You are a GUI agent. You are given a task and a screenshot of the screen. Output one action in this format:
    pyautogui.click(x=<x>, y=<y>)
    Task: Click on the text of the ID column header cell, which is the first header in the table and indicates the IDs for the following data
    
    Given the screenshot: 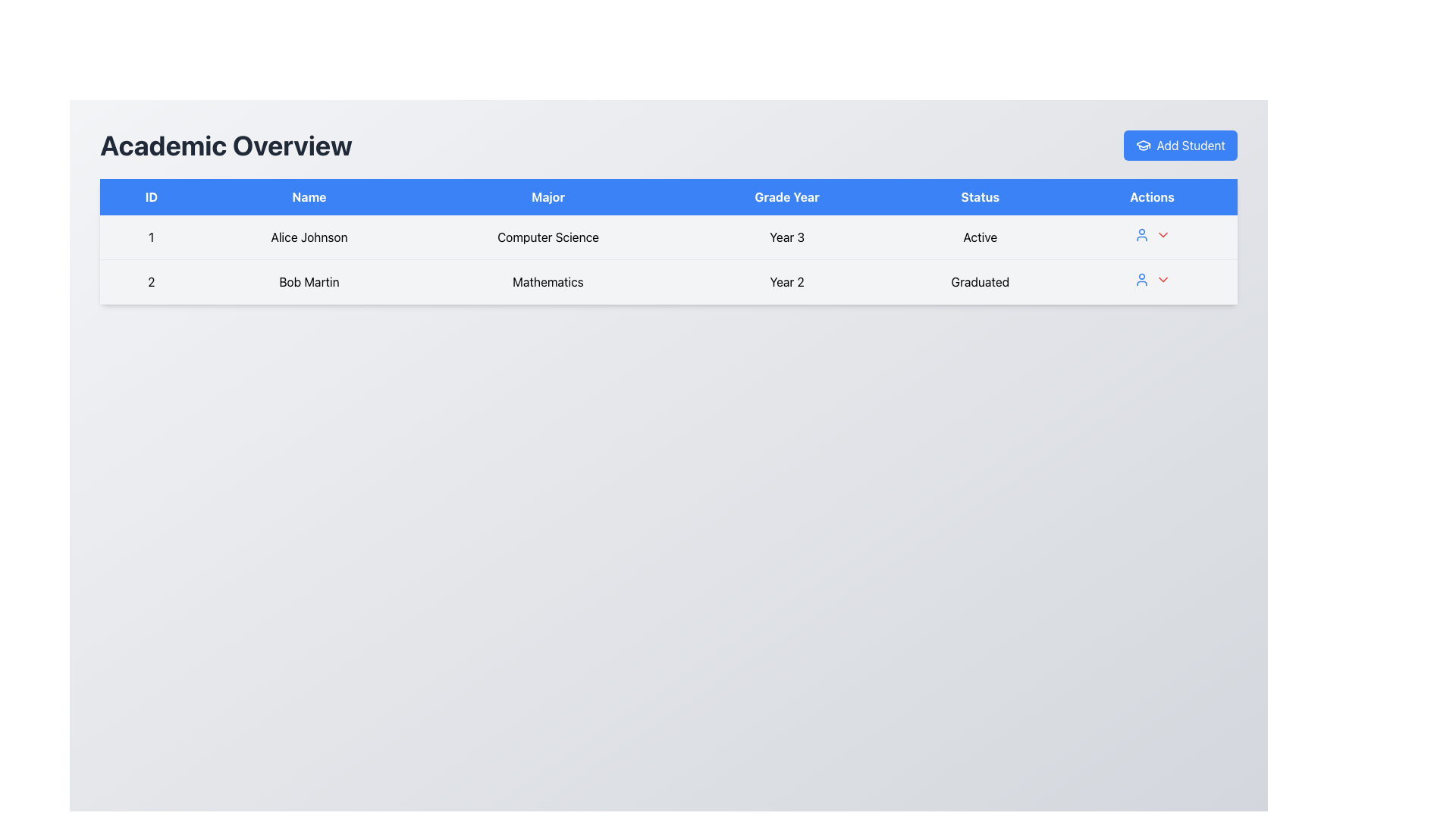 What is the action you would take?
    pyautogui.click(x=151, y=196)
    